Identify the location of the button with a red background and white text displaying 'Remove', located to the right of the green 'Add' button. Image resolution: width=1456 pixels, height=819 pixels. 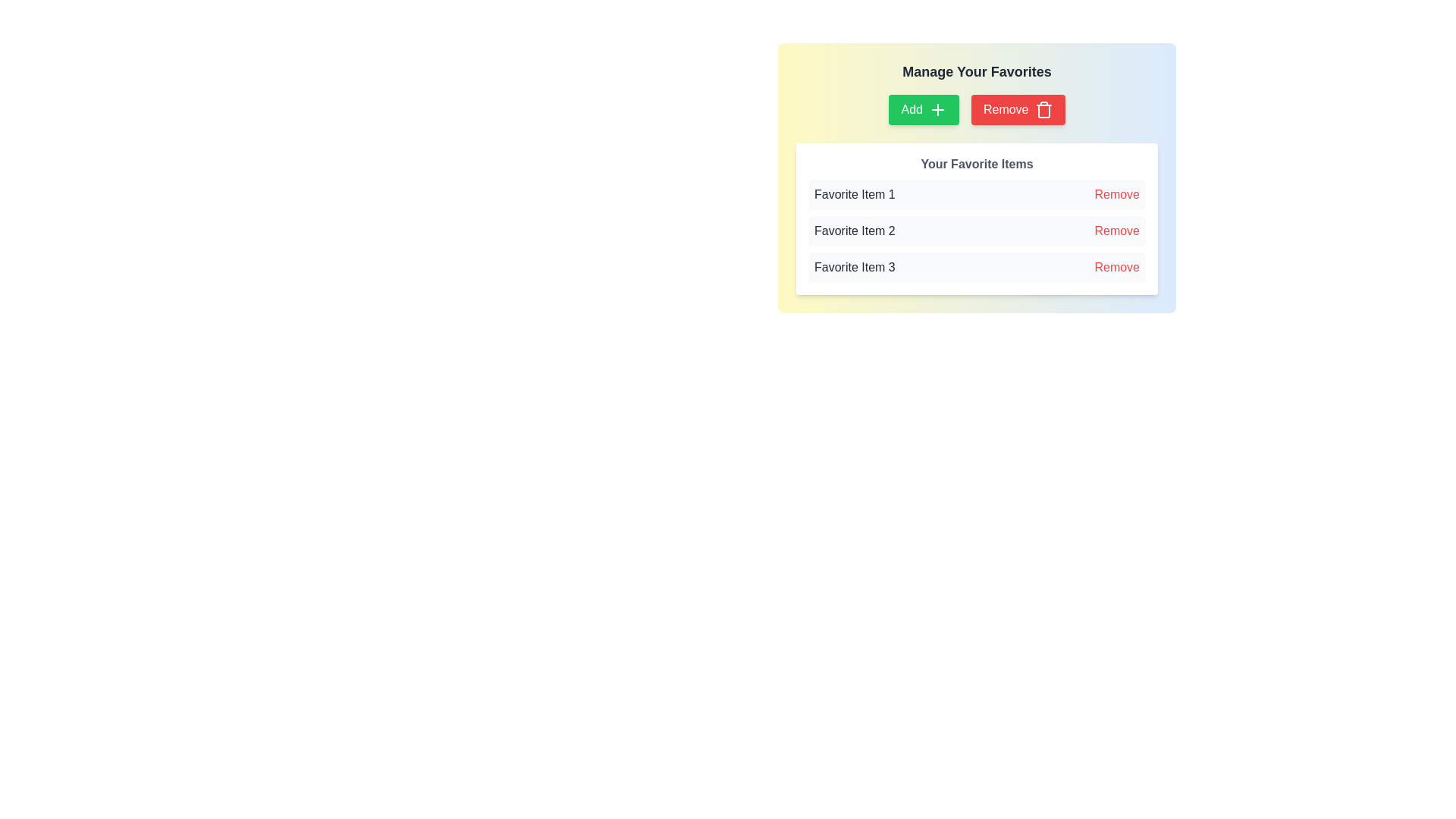
(1018, 109).